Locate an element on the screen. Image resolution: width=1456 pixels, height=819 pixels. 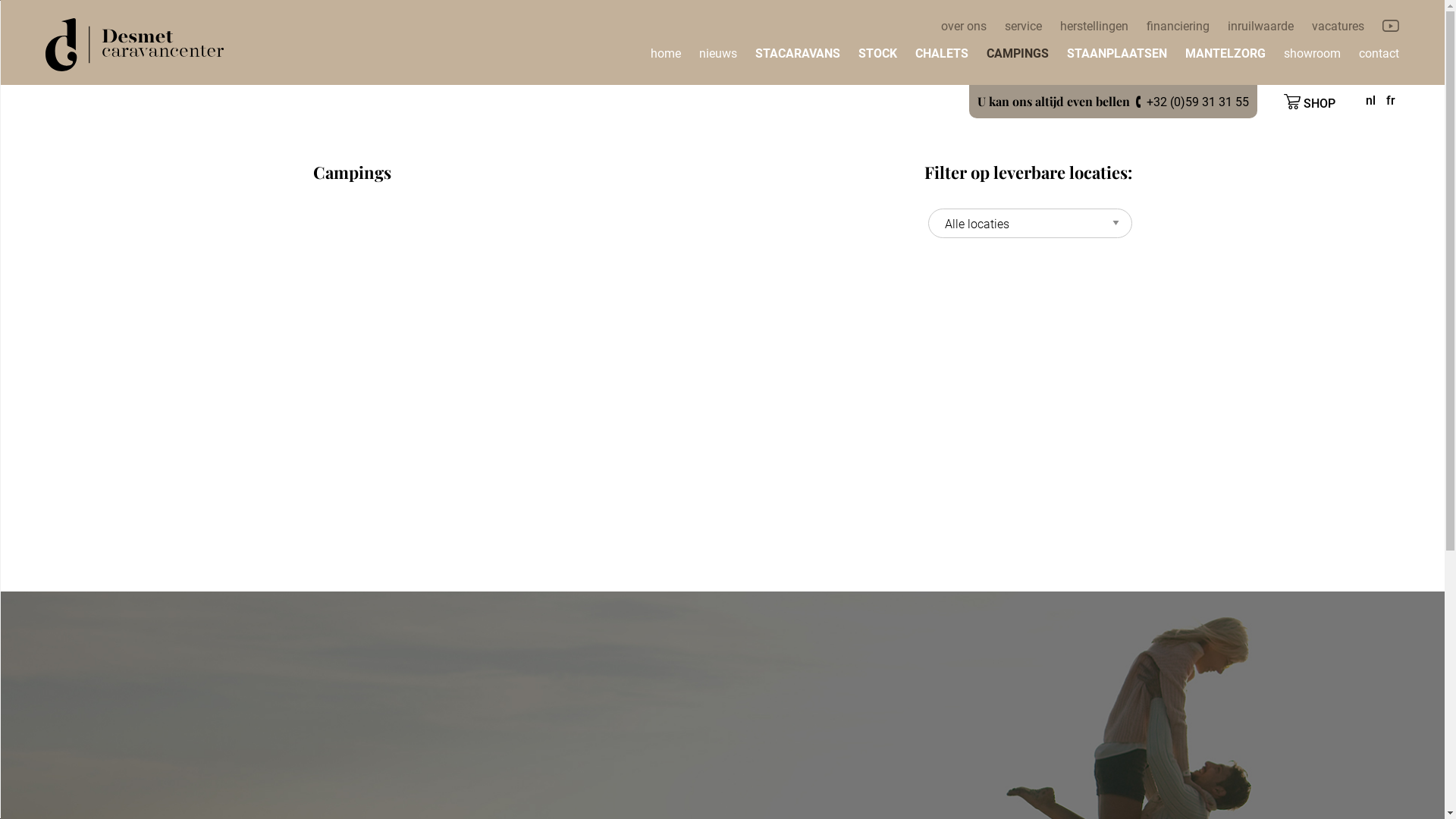
'service' is located at coordinates (1023, 26).